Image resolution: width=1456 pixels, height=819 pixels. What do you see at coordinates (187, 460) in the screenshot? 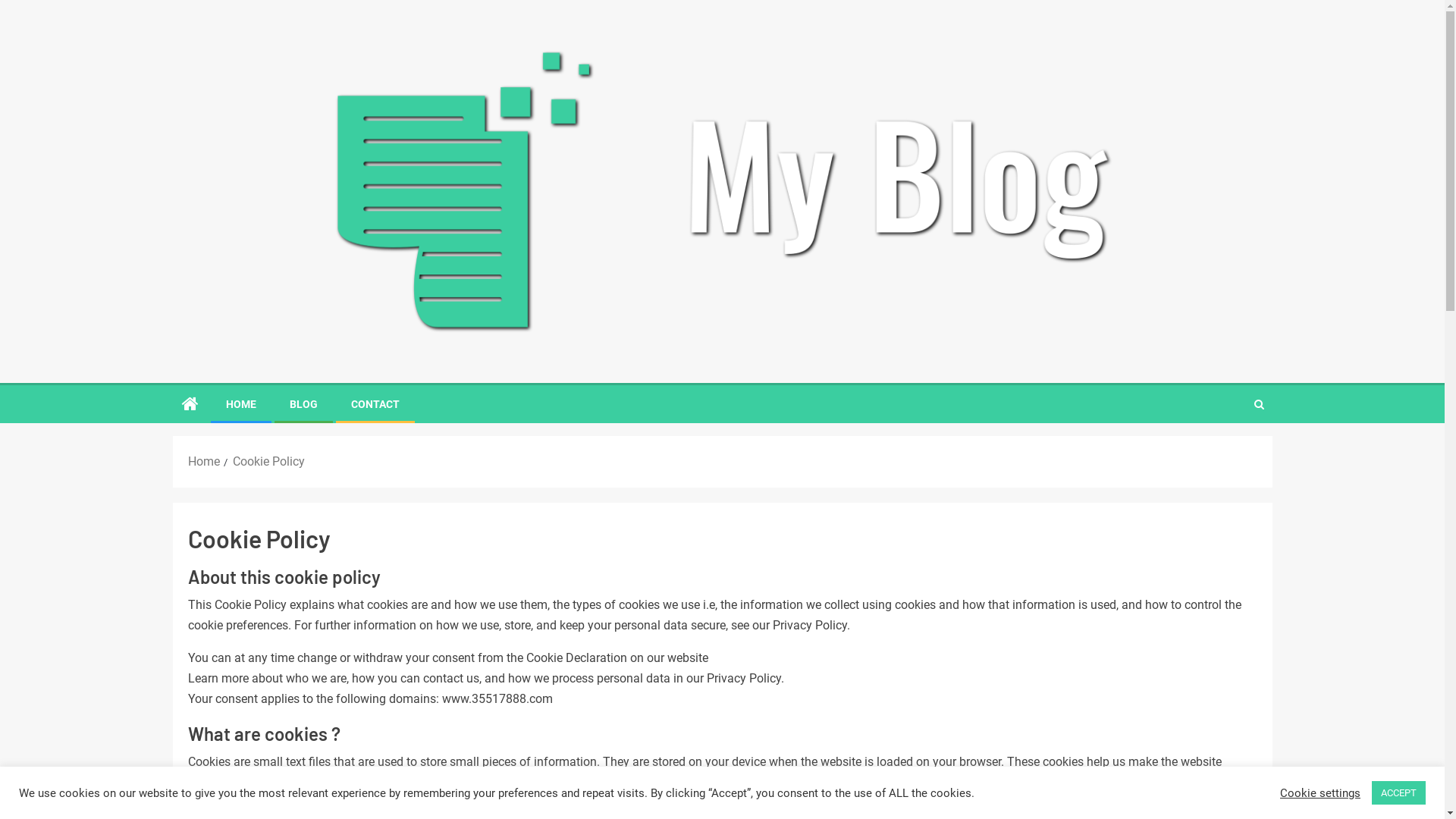
I see `'Home'` at bounding box center [187, 460].